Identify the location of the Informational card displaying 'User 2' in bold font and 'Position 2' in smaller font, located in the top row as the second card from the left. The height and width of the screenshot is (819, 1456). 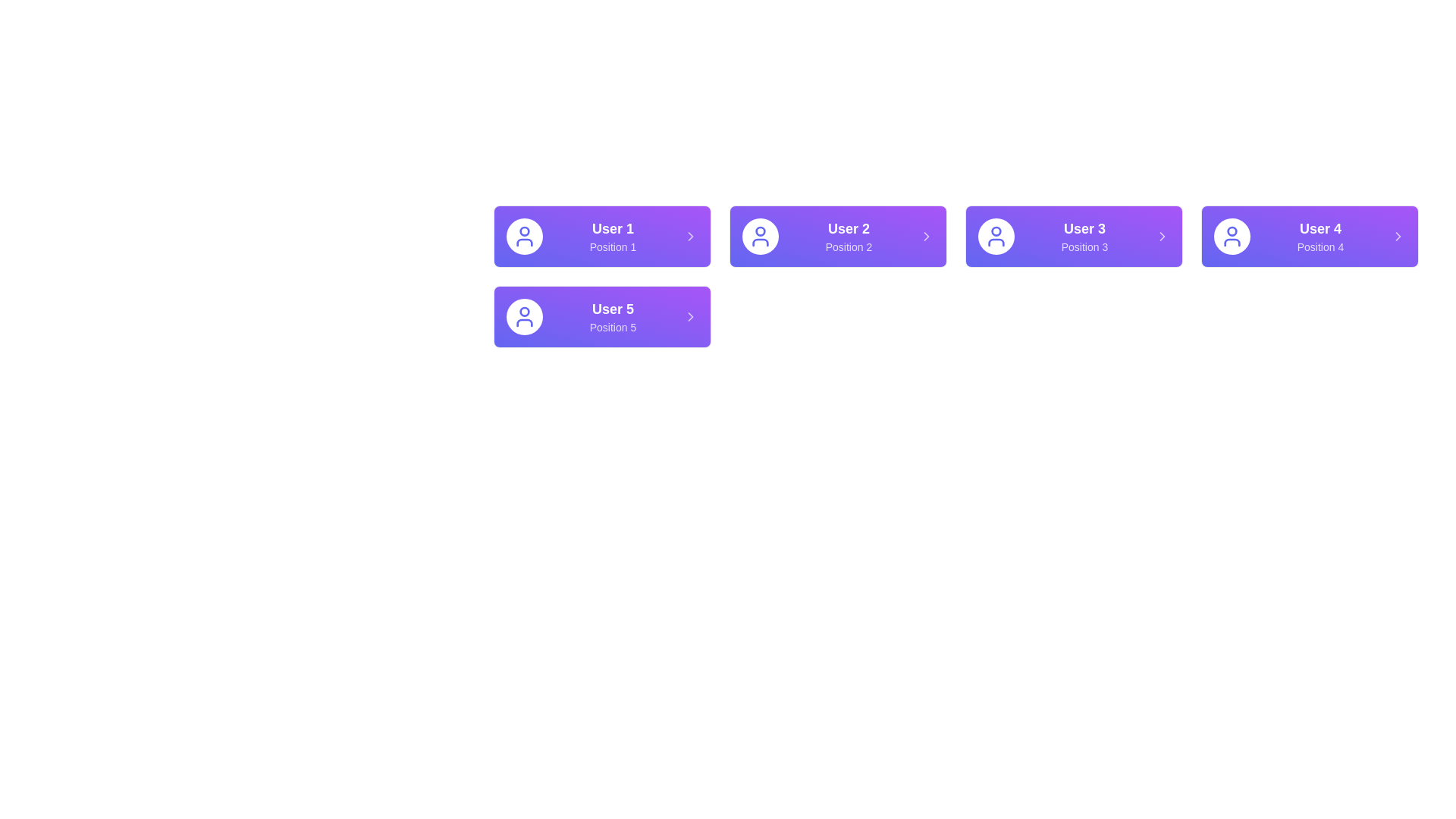
(848, 237).